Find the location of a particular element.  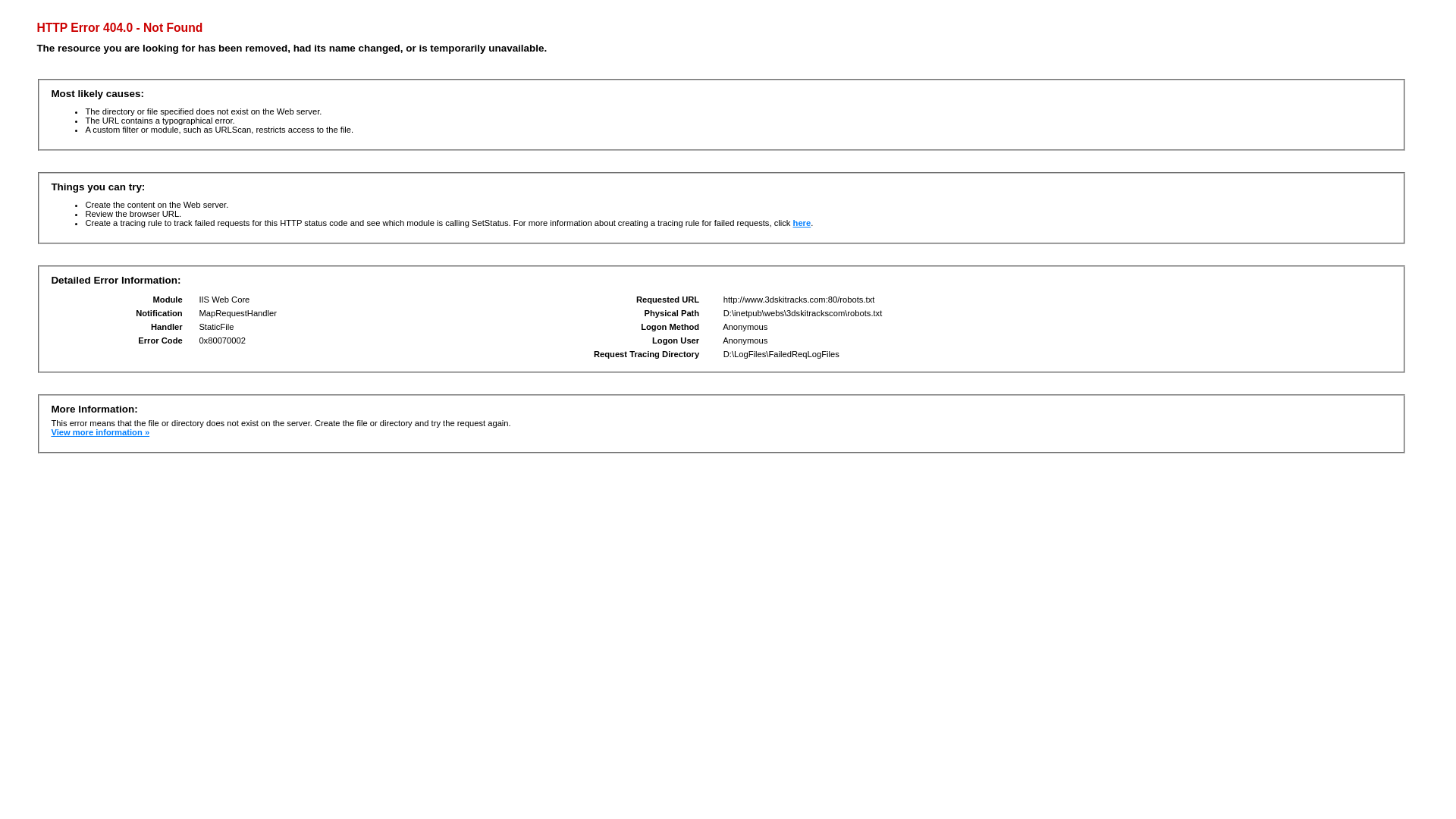

'here' is located at coordinates (801, 222).